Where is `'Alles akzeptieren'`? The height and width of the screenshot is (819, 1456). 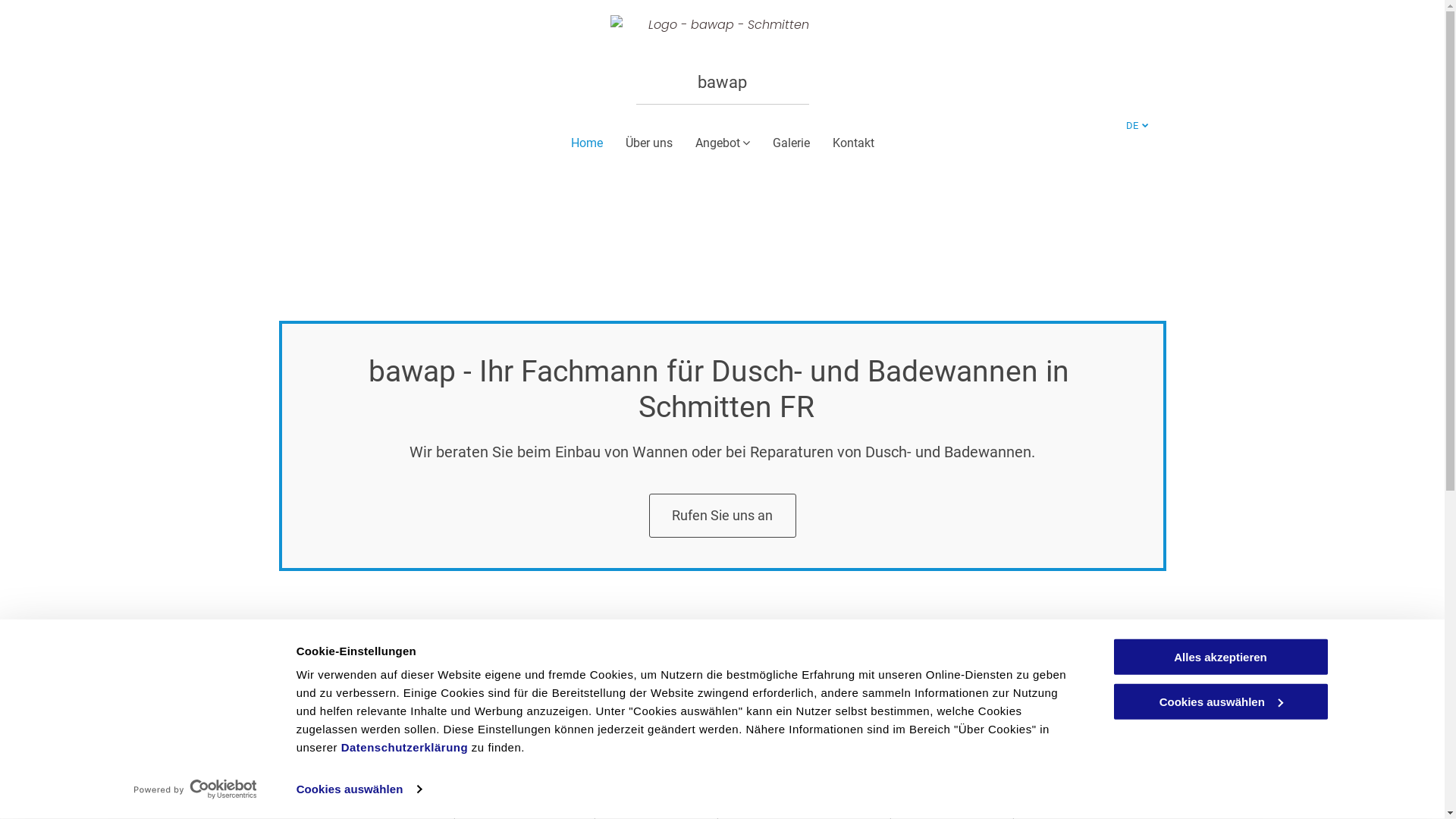 'Alles akzeptieren' is located at coordinates (1111, 656).